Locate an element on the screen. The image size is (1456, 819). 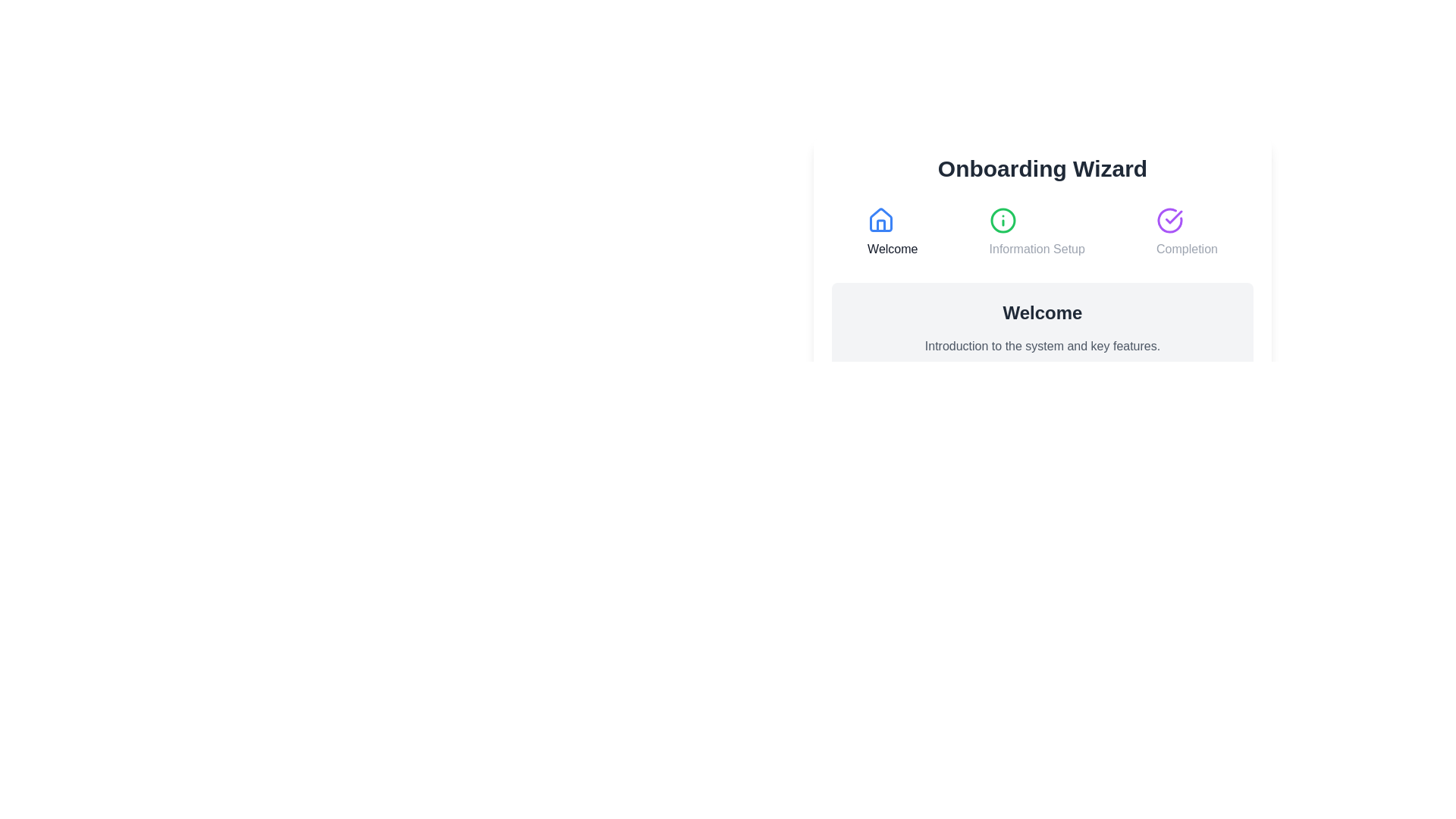
the step title Completion to activate it is located at coordinates (1186, 233).